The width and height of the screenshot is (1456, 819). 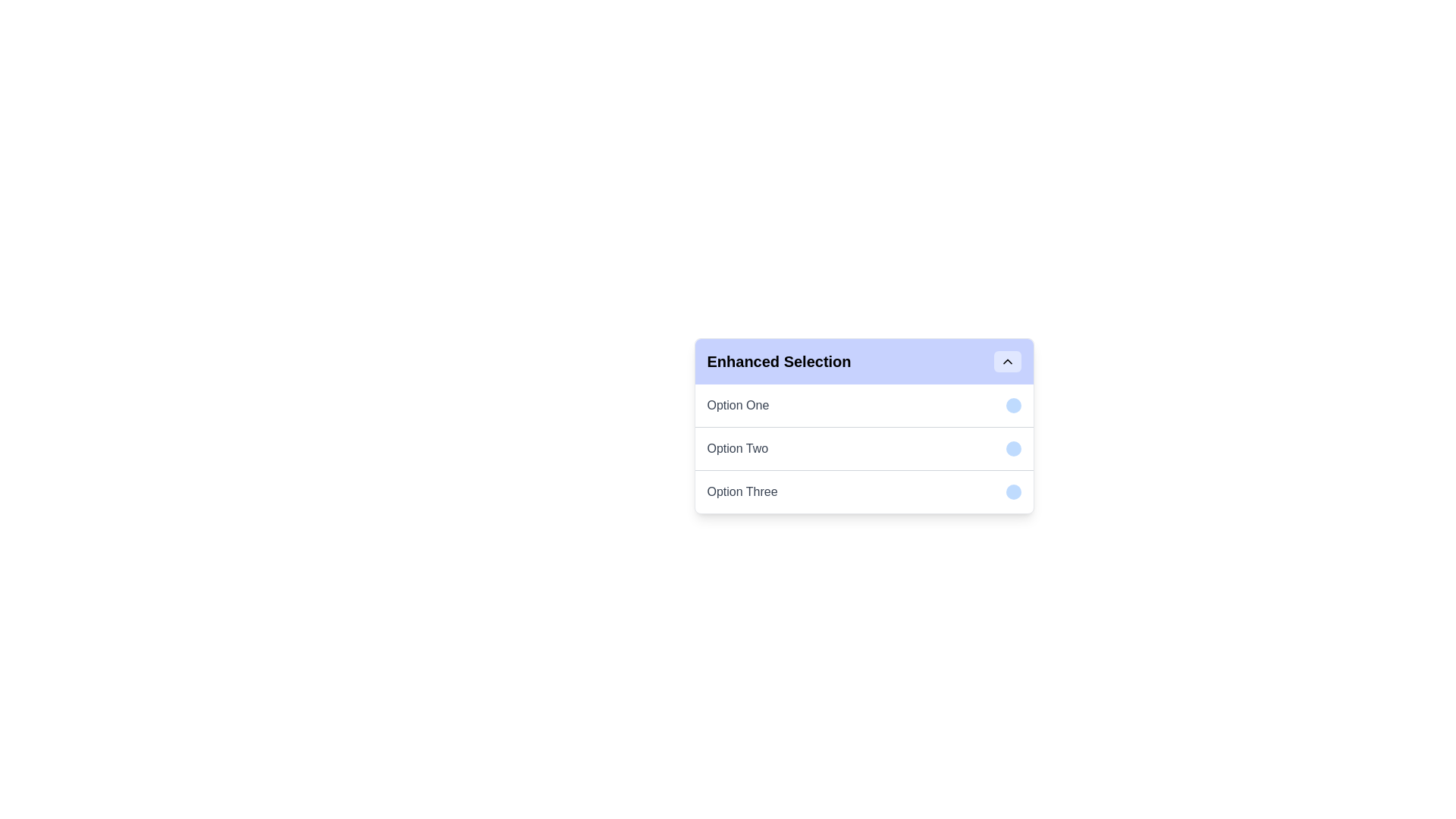 I want to click on the toggle button with an icon located in the top-right corner of the 'Enhanced Selection' box, so click(x=1007, y=362).